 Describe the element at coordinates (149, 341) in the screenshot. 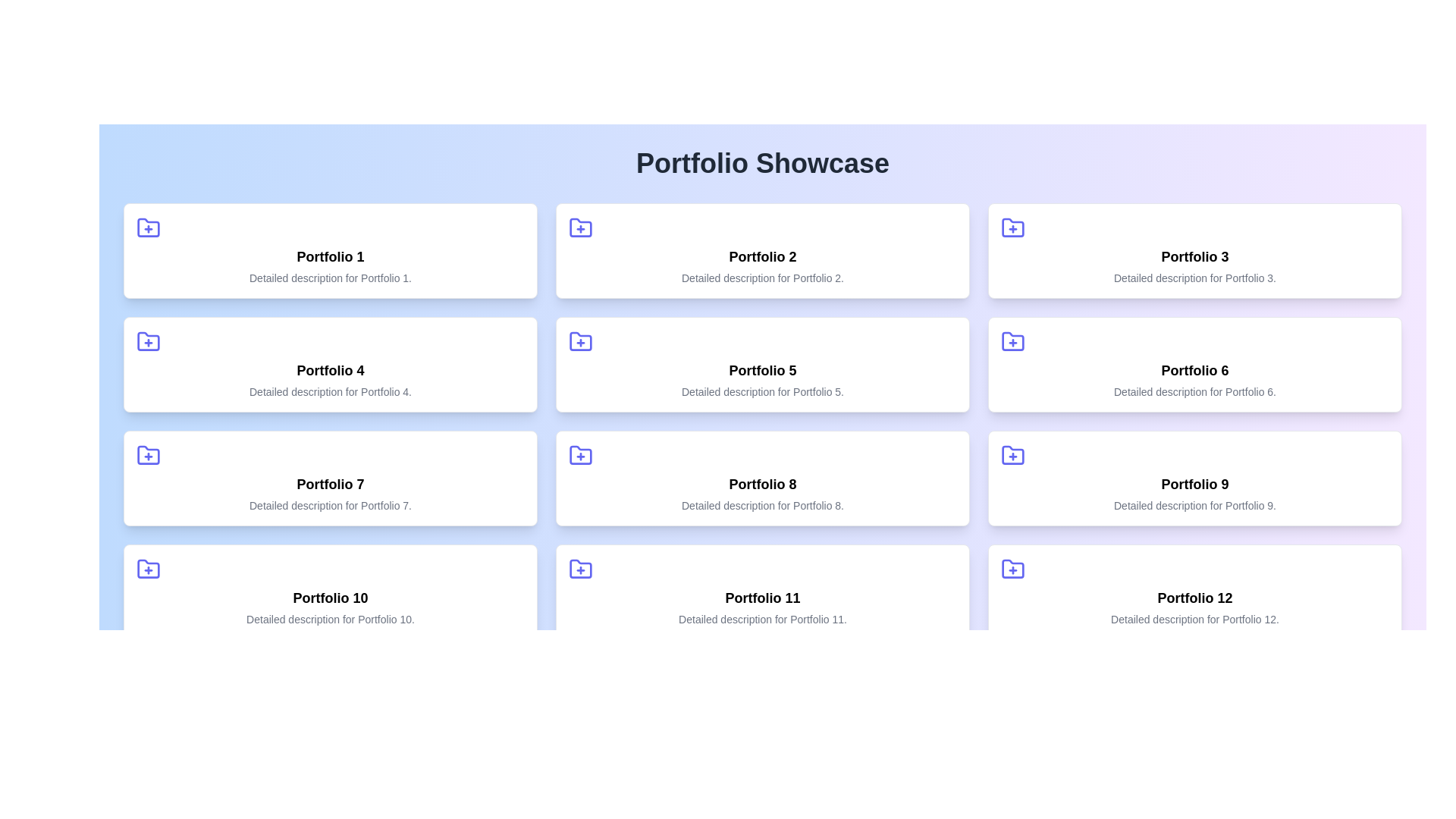

I see `the folder icon that indicates an action related to adding or creating associated with 'Portfolio 4', located to the left of the 'Portfolio 4' text and in the second row of the grid layout` at that location.